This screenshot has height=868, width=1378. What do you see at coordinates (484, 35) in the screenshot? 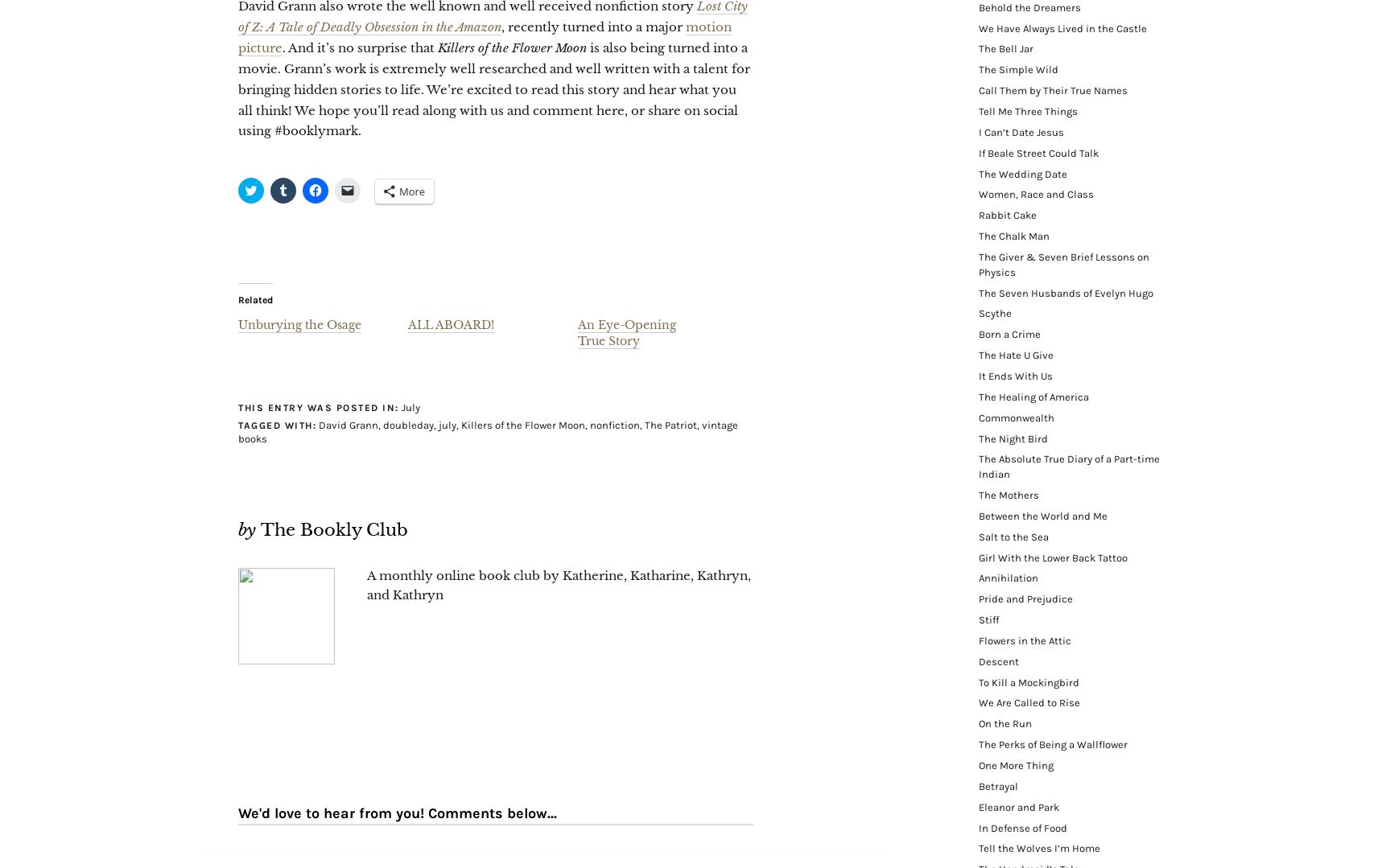
I see `'motion picture'` at bounding box center [484, 35].